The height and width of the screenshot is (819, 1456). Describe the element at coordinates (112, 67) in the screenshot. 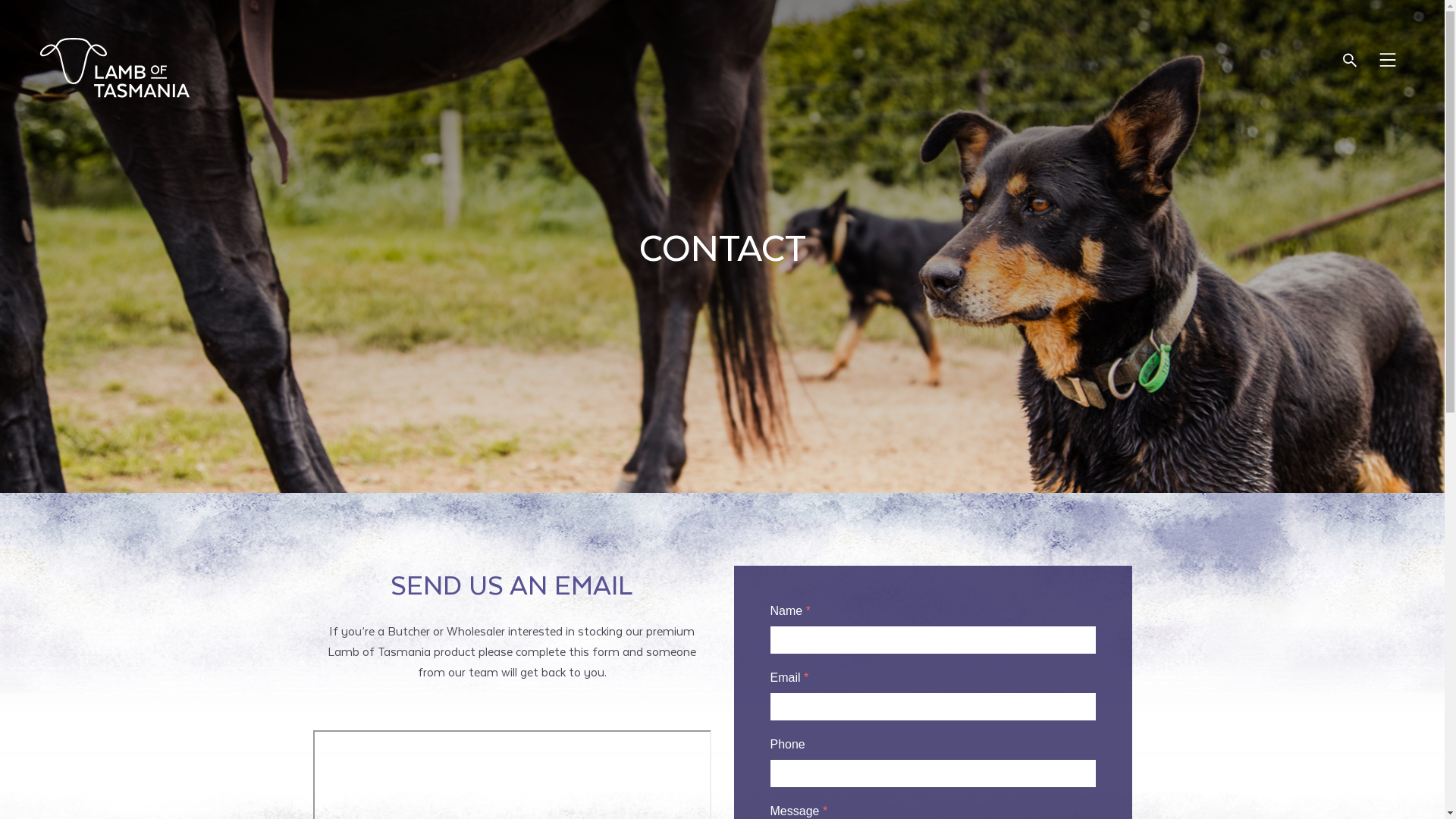

I see `'Lamb of Tasmania` at that location.